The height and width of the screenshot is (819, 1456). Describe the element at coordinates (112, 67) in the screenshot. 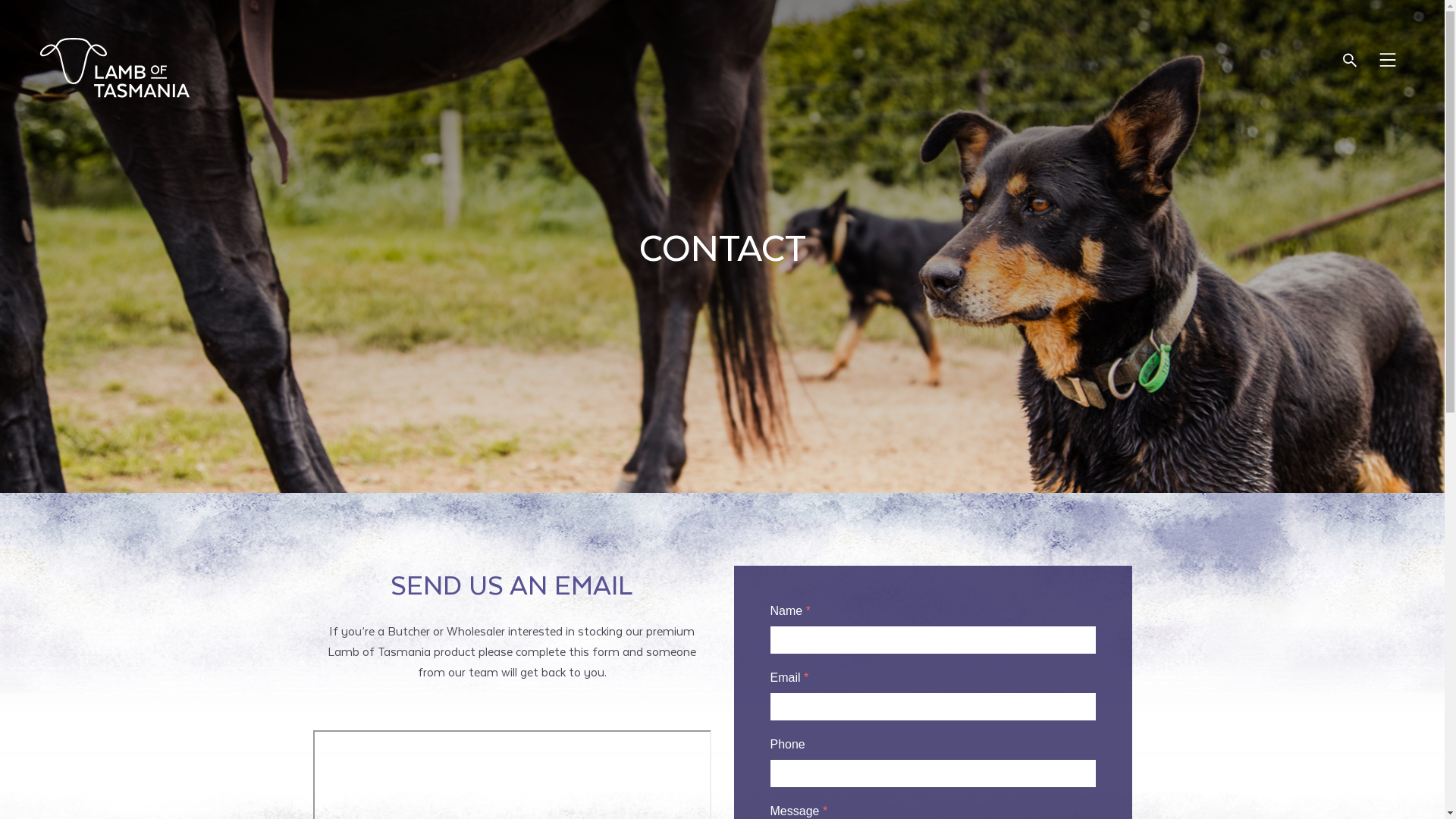

I see `'Lamb of Tasmania` at that location.